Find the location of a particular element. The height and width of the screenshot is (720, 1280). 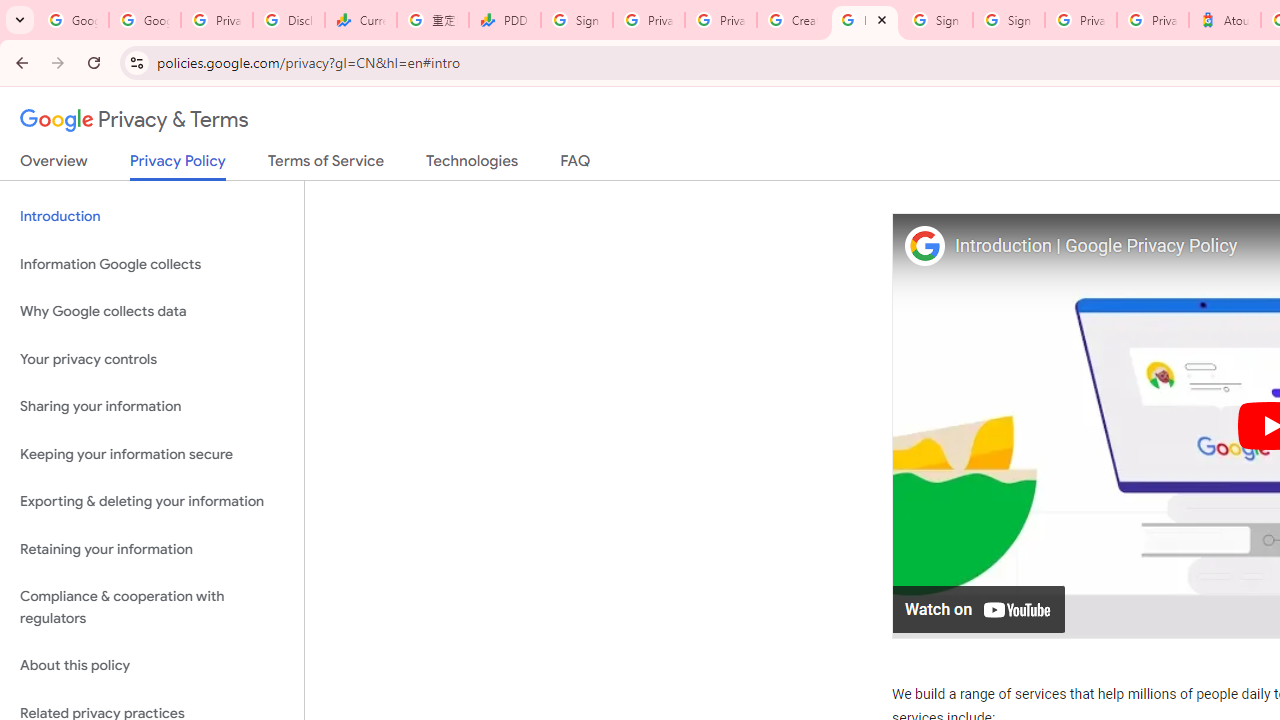

'Create your Google Account' is located at coordinates (791, 20).